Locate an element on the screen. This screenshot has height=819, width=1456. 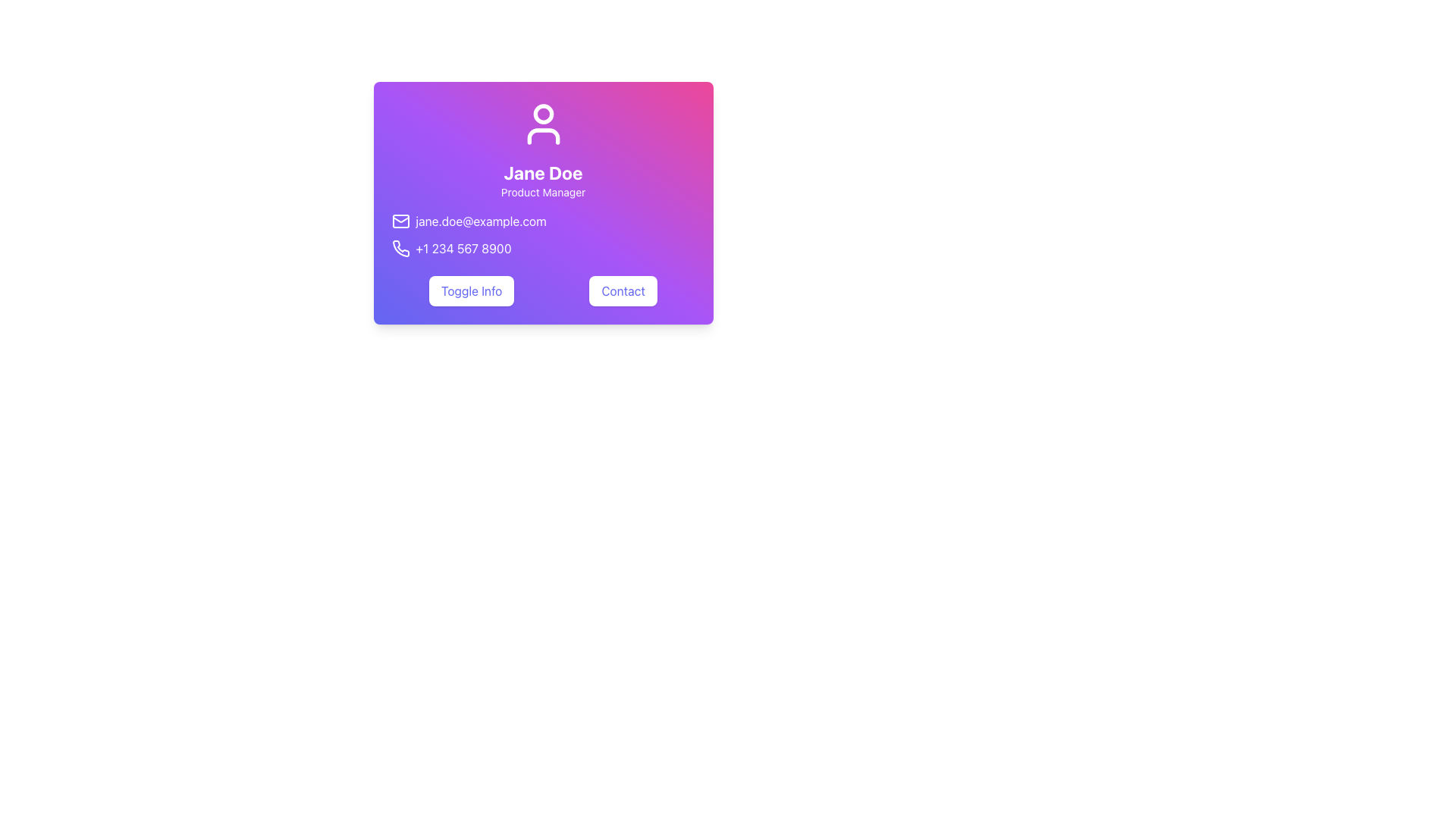
the circle SVG element located at the top of the profile card, which is part of a user icon with a gradient purple background is located at coordinates (543, 113).